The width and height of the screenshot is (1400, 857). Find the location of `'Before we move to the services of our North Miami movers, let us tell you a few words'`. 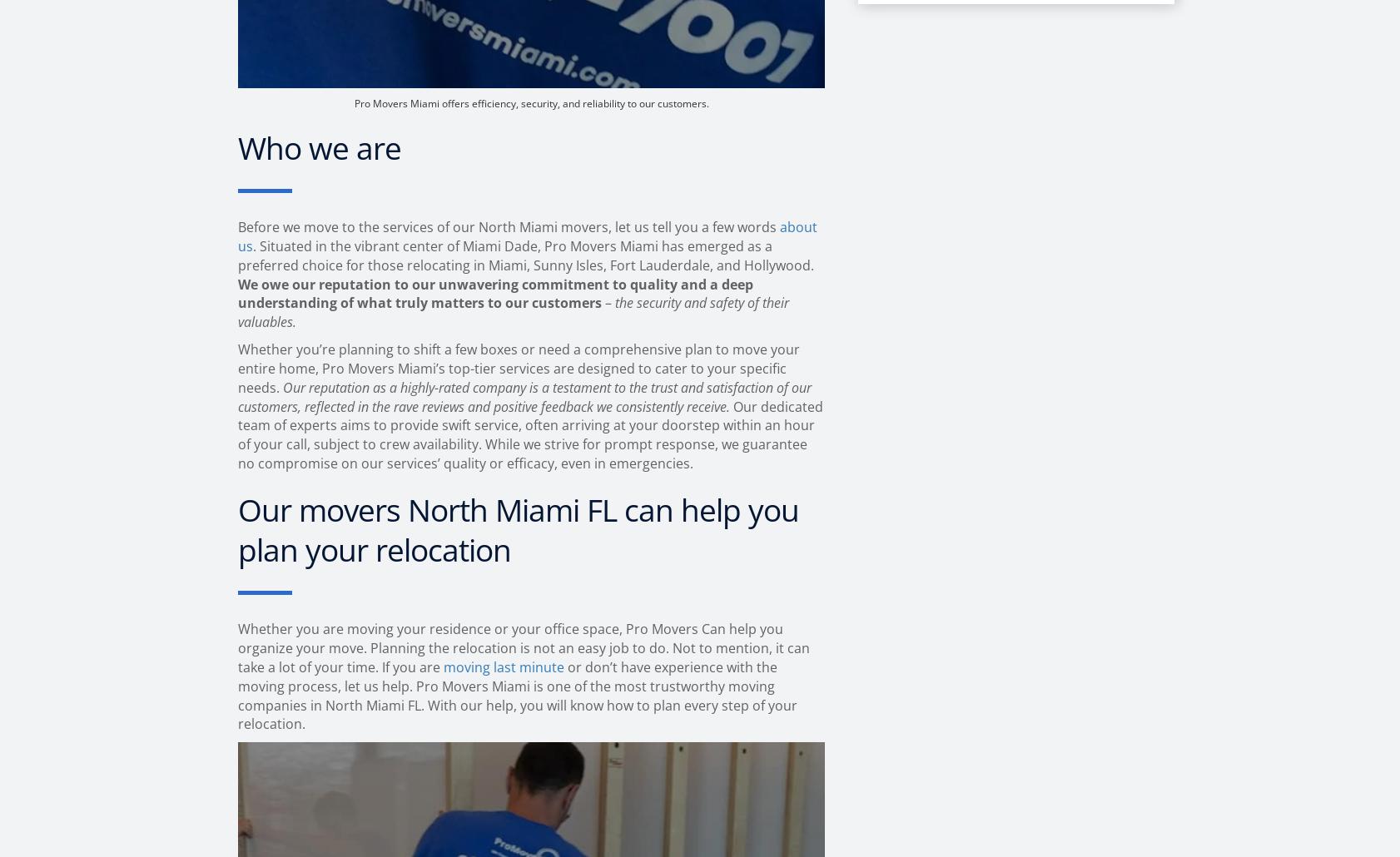

'Before we move to the services of our North Miami movers, let us tell you a few words' is located at coordinates (509, 225).